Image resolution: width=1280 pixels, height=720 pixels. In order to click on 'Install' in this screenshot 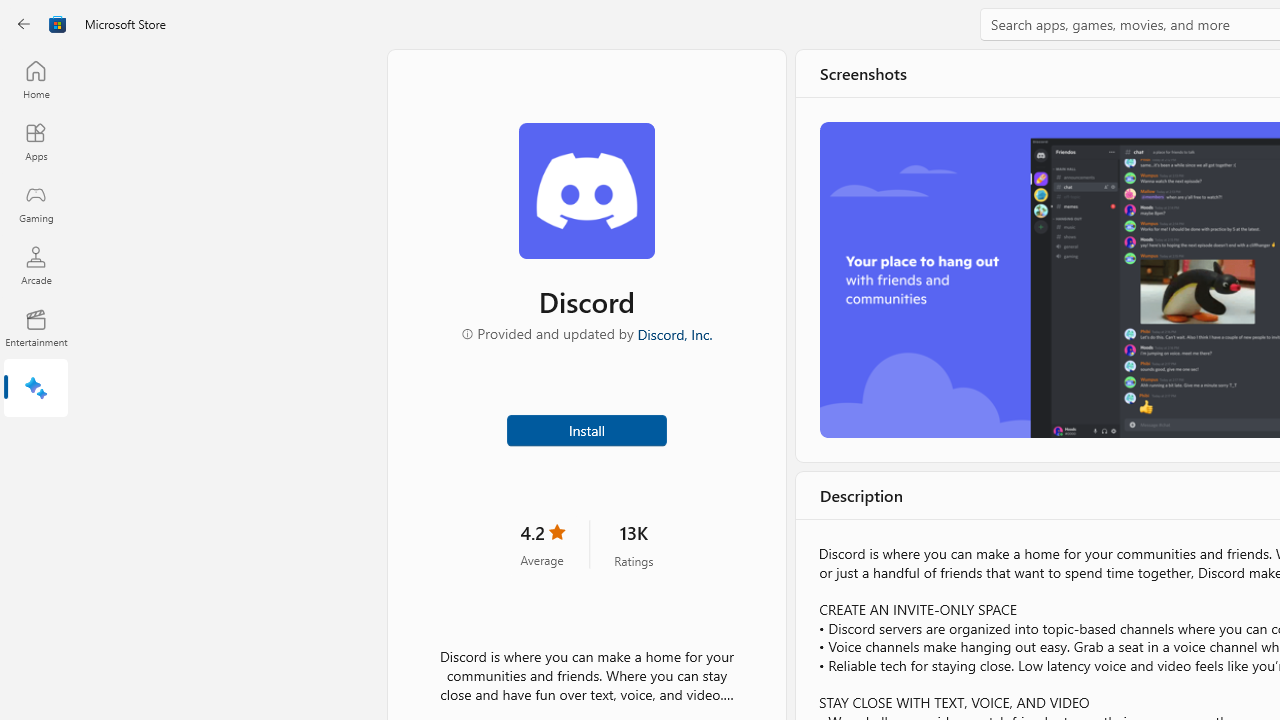, I will do `click(585, 428)`.